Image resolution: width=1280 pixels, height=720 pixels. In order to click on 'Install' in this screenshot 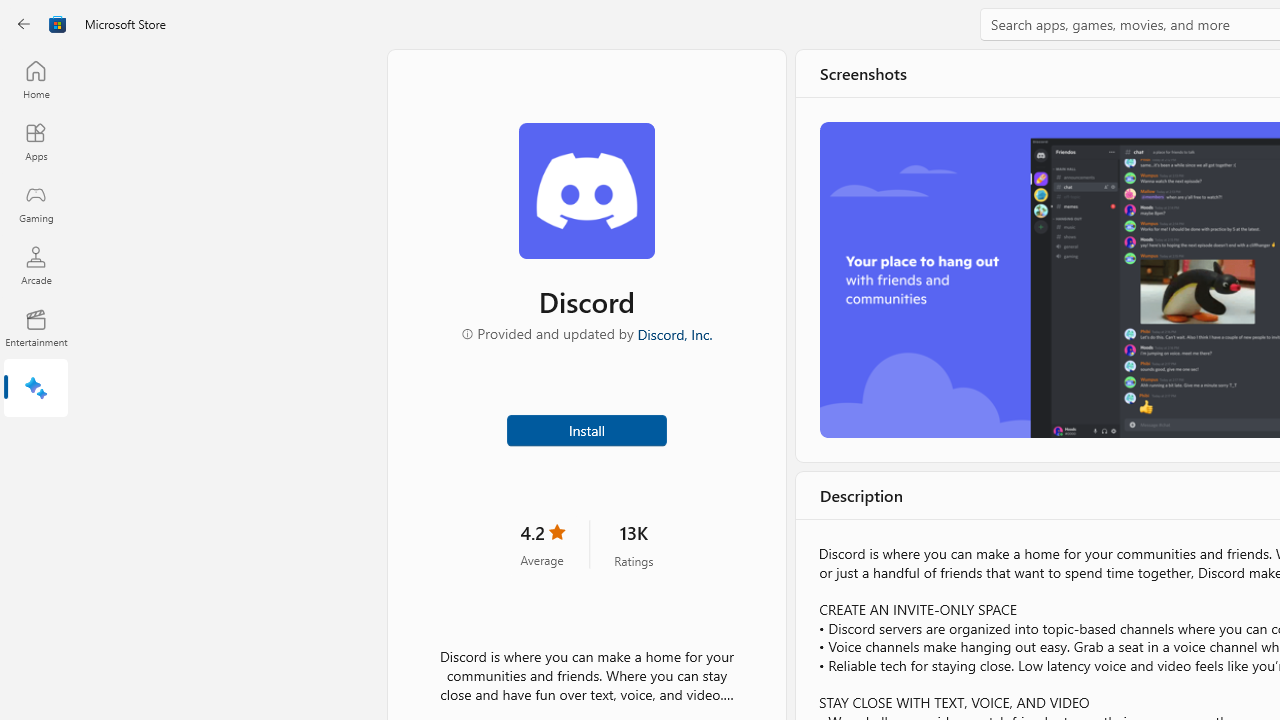, I will do `click(585, 428)`.